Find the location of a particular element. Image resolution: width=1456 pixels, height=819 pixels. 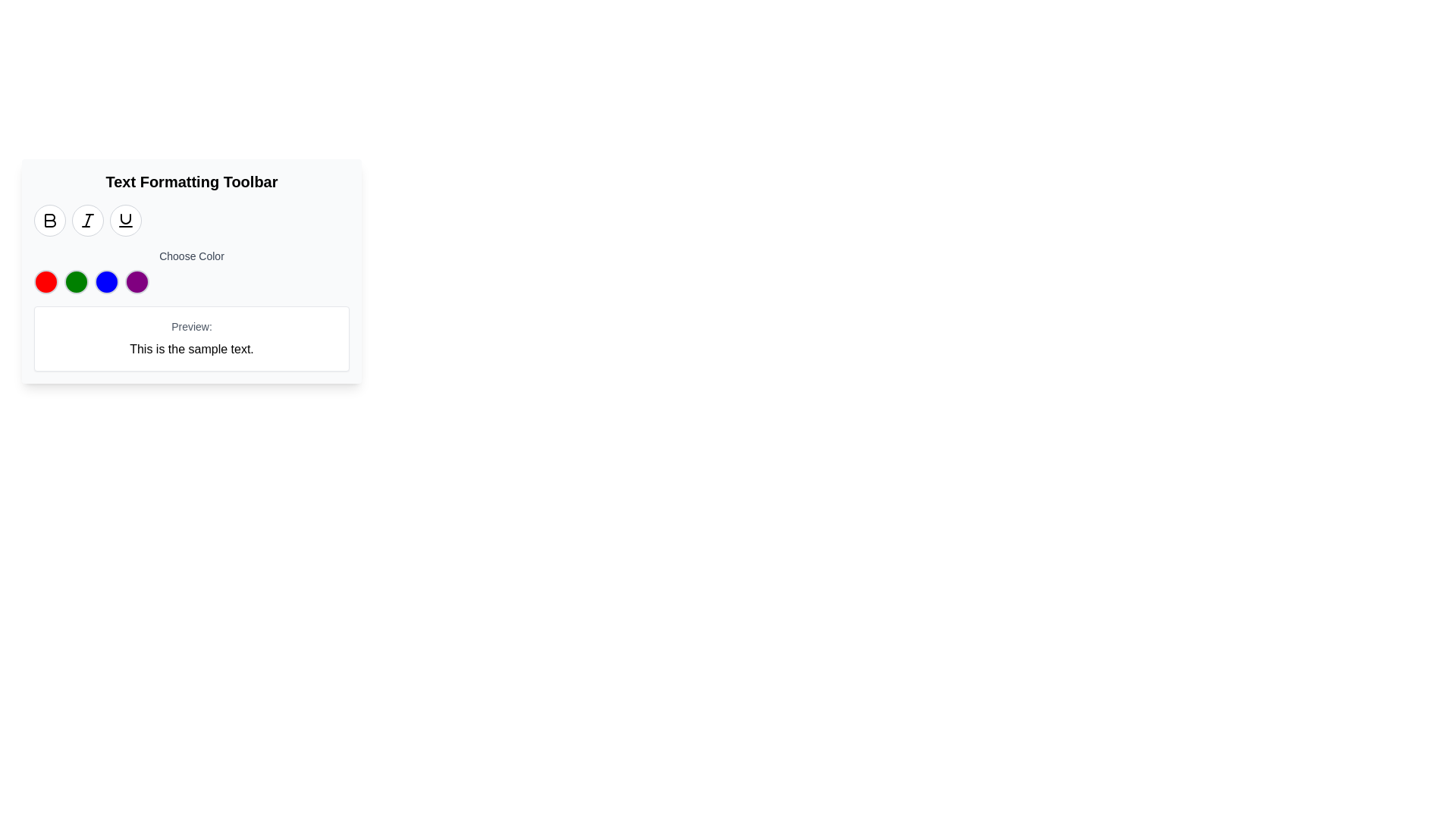

the circular button with a bold 'B' icon in the 'Text Formatting Toolbar' is located at coordinates (50, 220).